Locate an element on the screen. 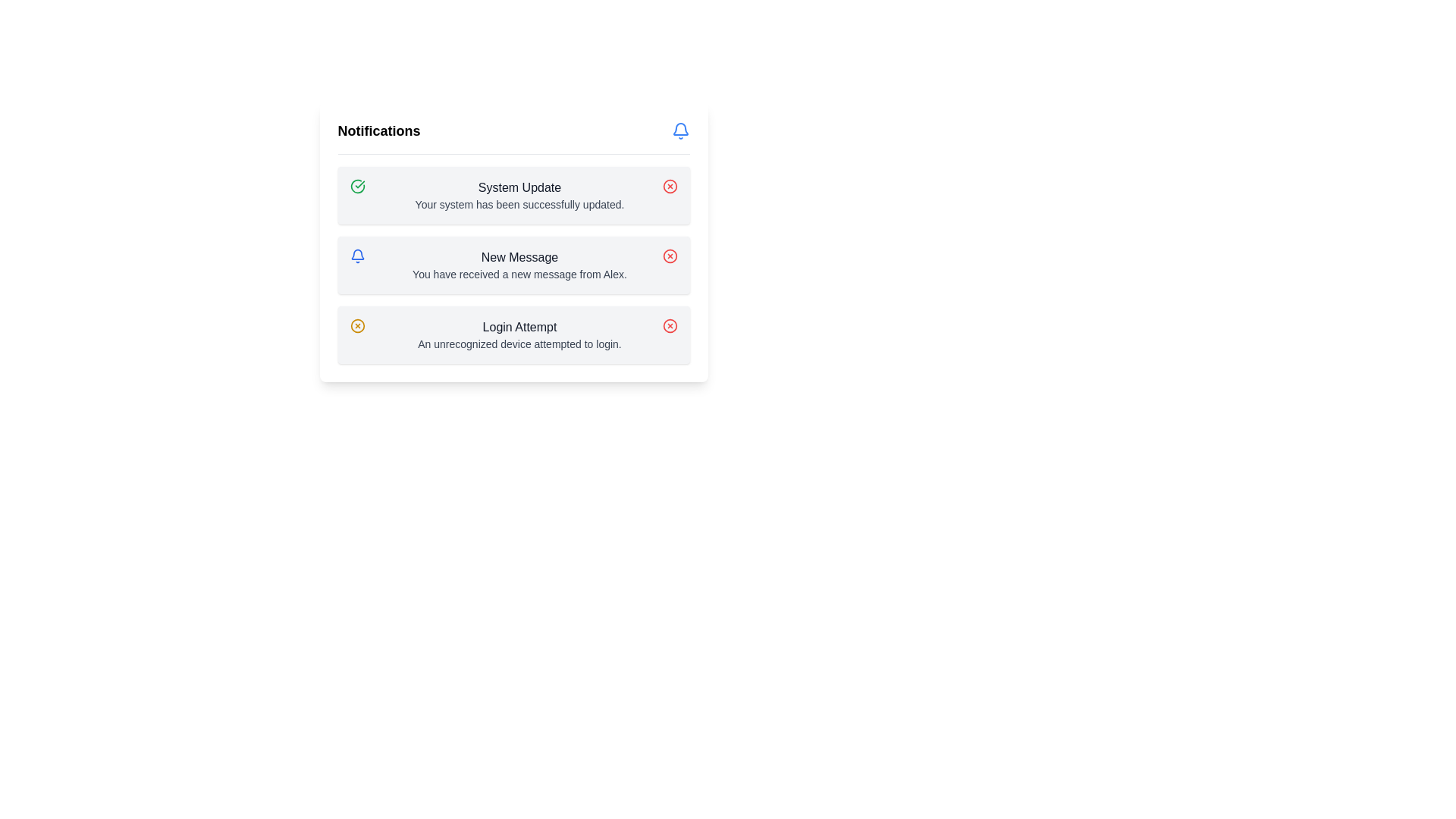  the dismiss button located in the bottom-right corner of the 'Login Attempt' notification card is located at coordinates (669, 325).